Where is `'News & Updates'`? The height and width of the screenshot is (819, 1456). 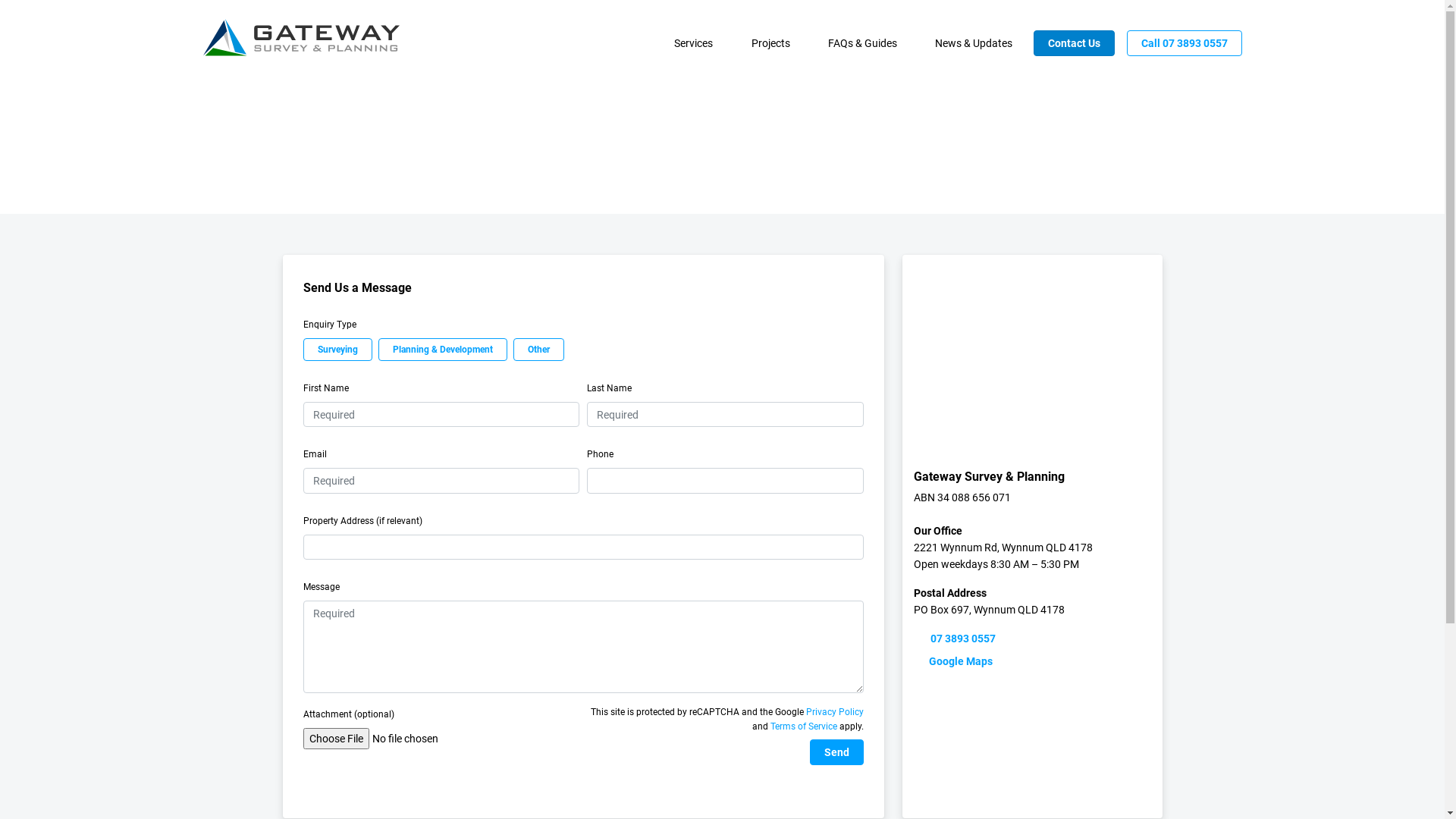
'News & Updates' is located at coordinates (920, 42).